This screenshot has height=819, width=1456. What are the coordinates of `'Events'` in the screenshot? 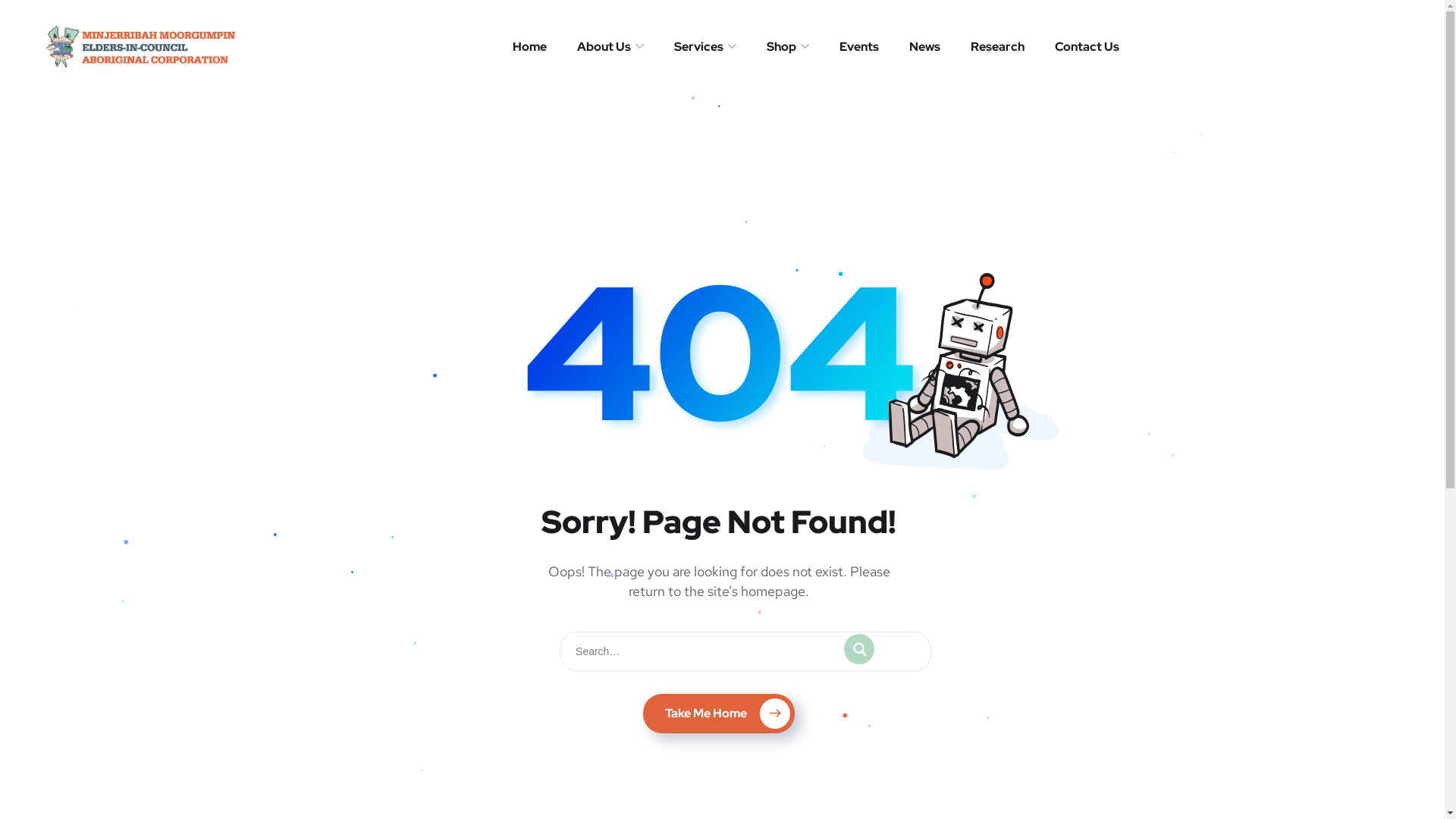 It's located at (858, 45).